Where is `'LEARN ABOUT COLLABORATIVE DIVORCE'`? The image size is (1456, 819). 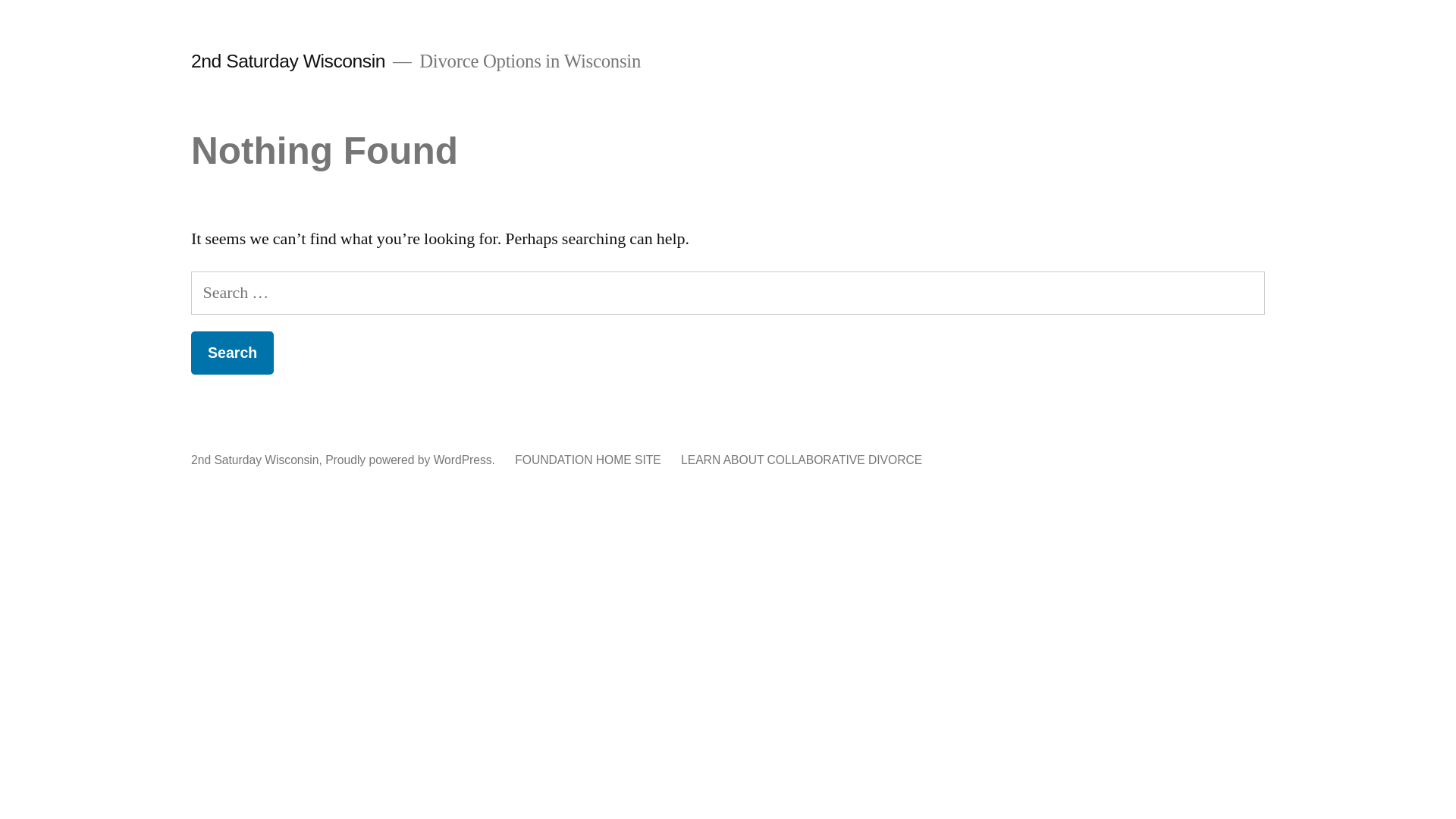 'LEARN ABOUT COLLABORATIVE DIVORCE' is located at coordinates (800, 459).